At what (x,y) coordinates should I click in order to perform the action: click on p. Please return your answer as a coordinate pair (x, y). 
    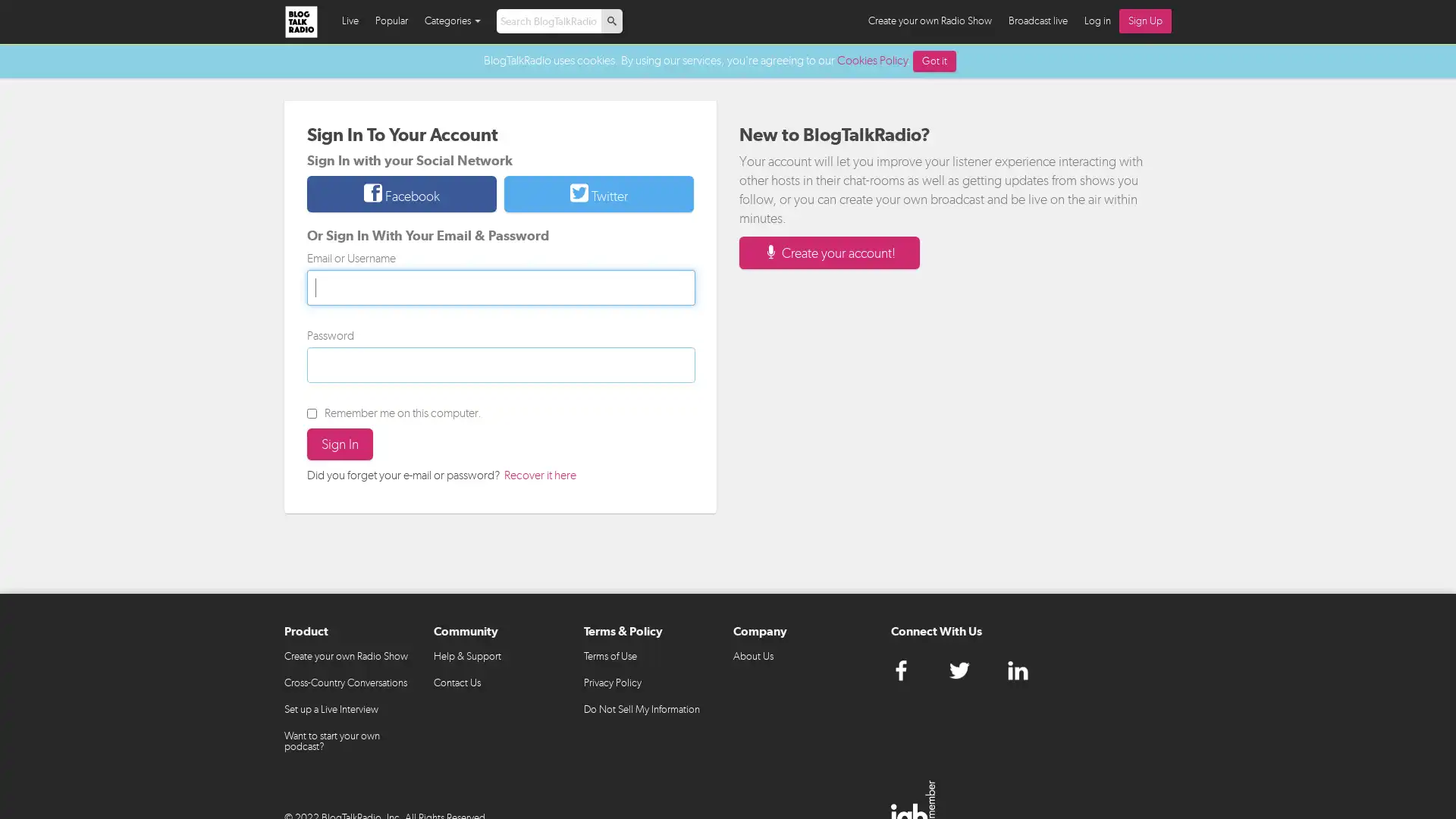
    Looking at the image, I should click on (611, 20).